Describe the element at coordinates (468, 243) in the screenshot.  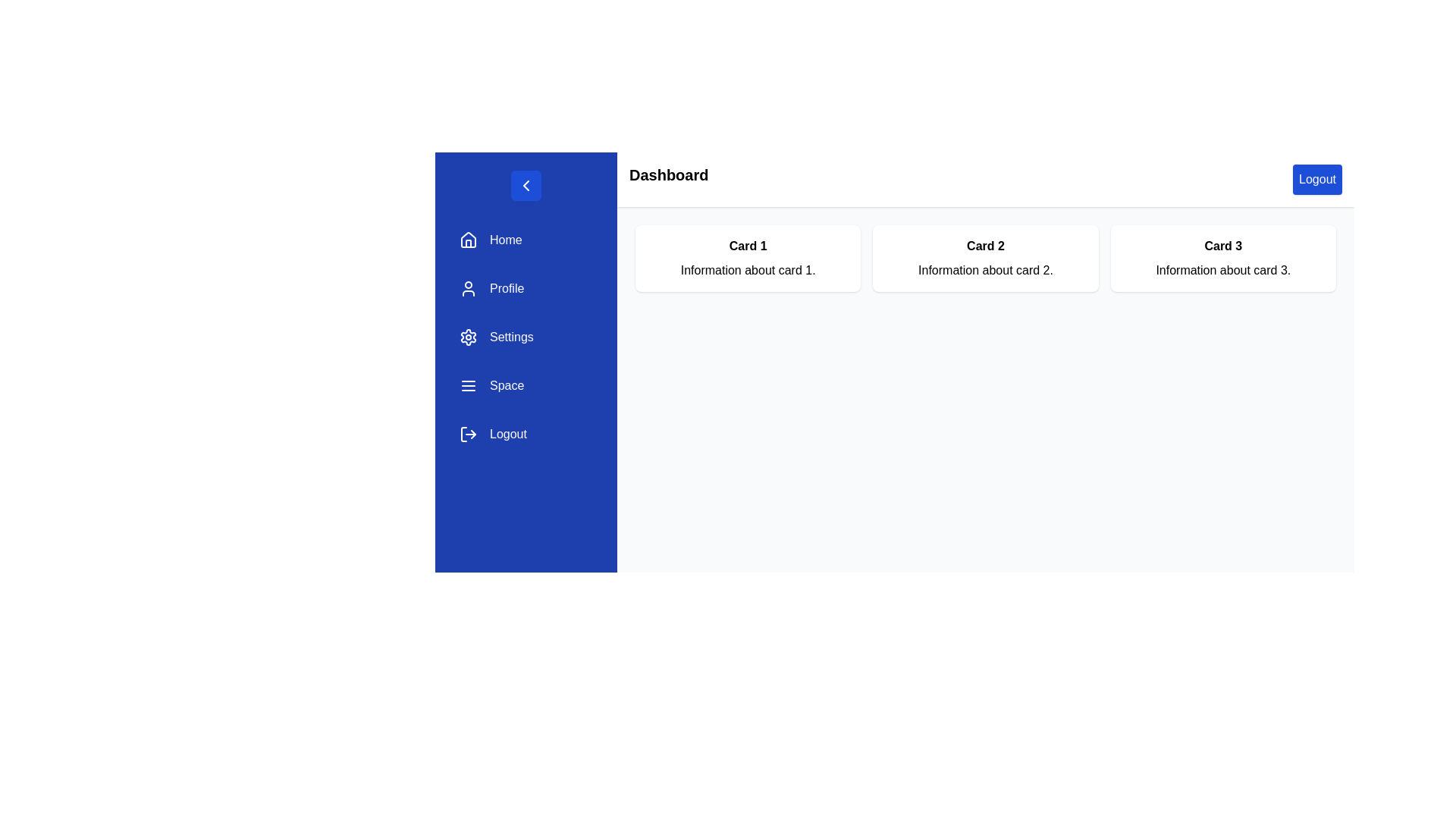
I see `the left vertical line of the door shape within the house icon in the leftmost navigation panel, which symbolizes navigation to the home or dashboard view` at that location.